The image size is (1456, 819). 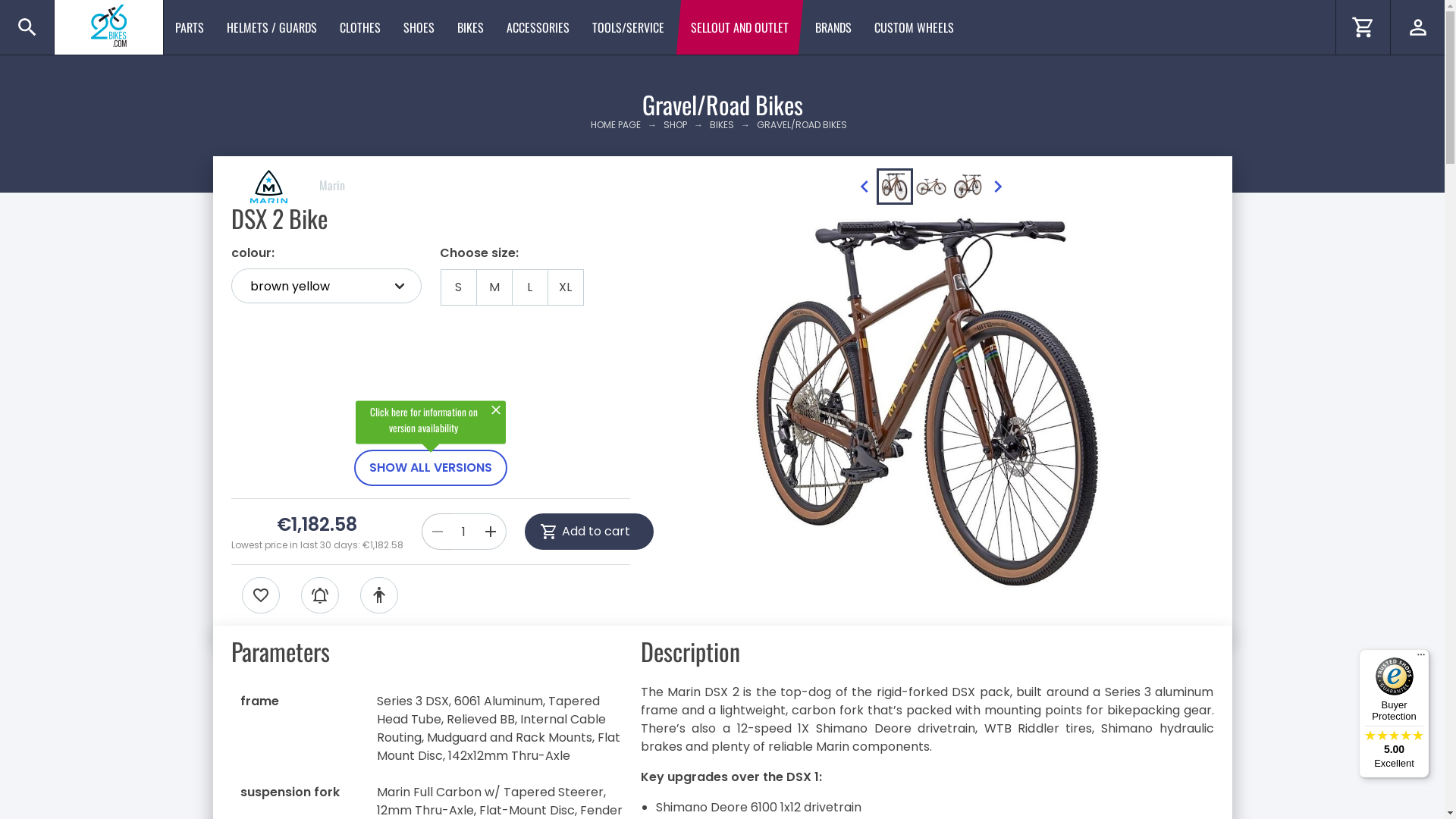 What do you see at coordinates (588, 531) in the screenshot?
I see `'Add to cart'` at bounding box center [588, 531].